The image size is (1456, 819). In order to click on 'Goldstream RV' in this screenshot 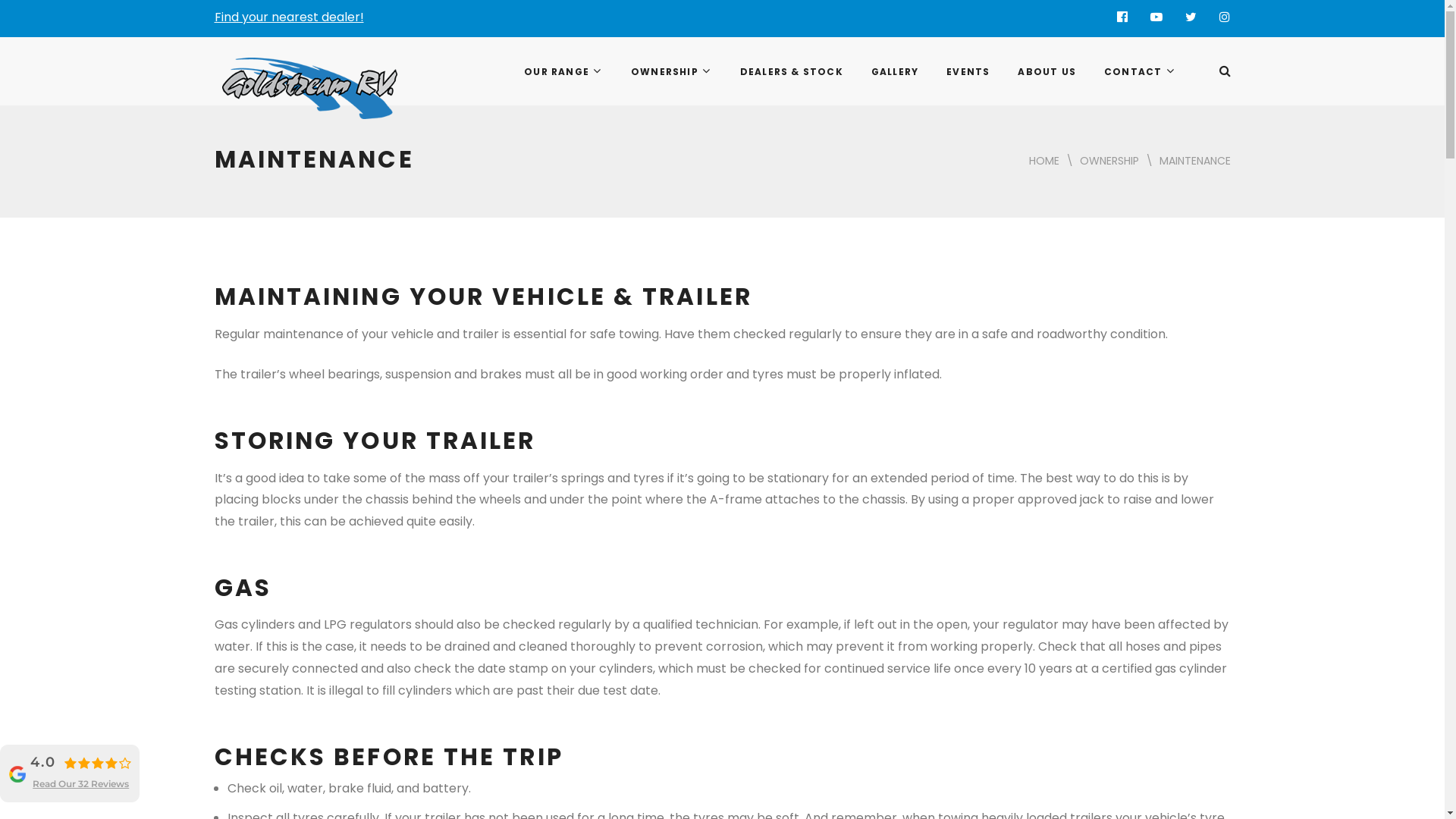, I will do `click(272, 78)`.